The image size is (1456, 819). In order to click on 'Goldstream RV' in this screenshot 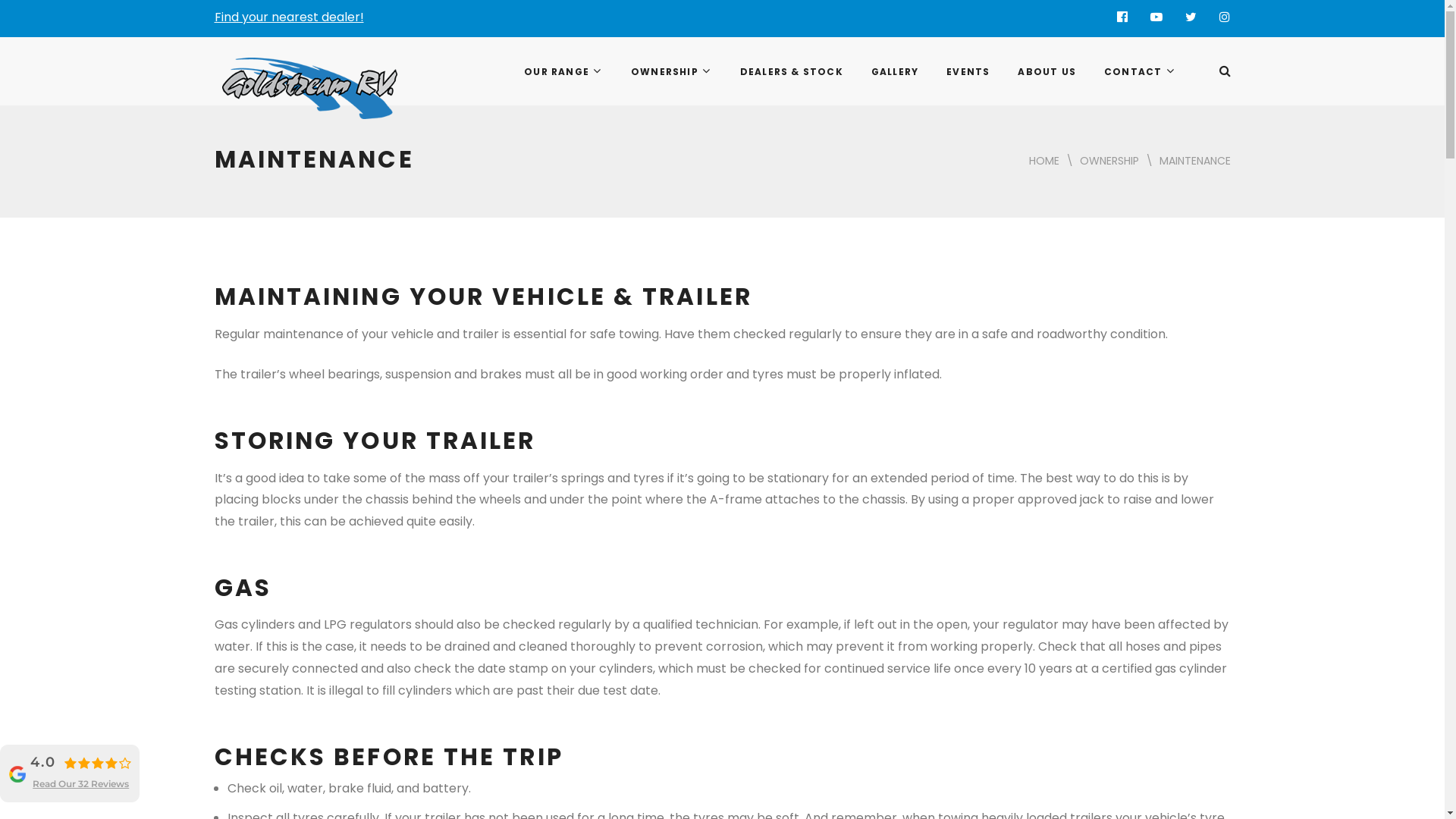, I will do `click(272, 78)`.